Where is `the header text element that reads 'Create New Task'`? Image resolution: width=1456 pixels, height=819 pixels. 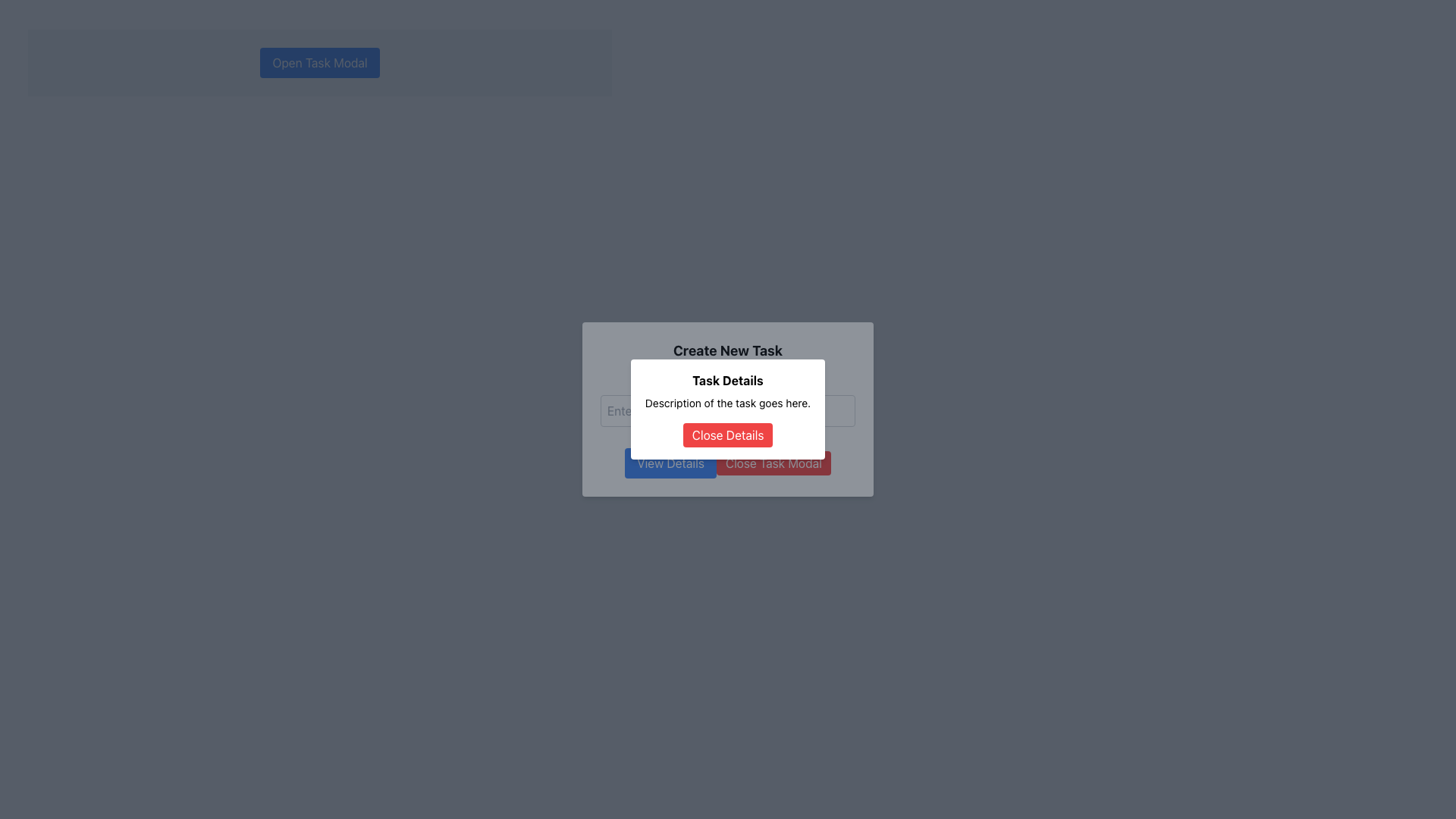 the header text element that reads 'Create New Task' is located at coordinates (728, 350).